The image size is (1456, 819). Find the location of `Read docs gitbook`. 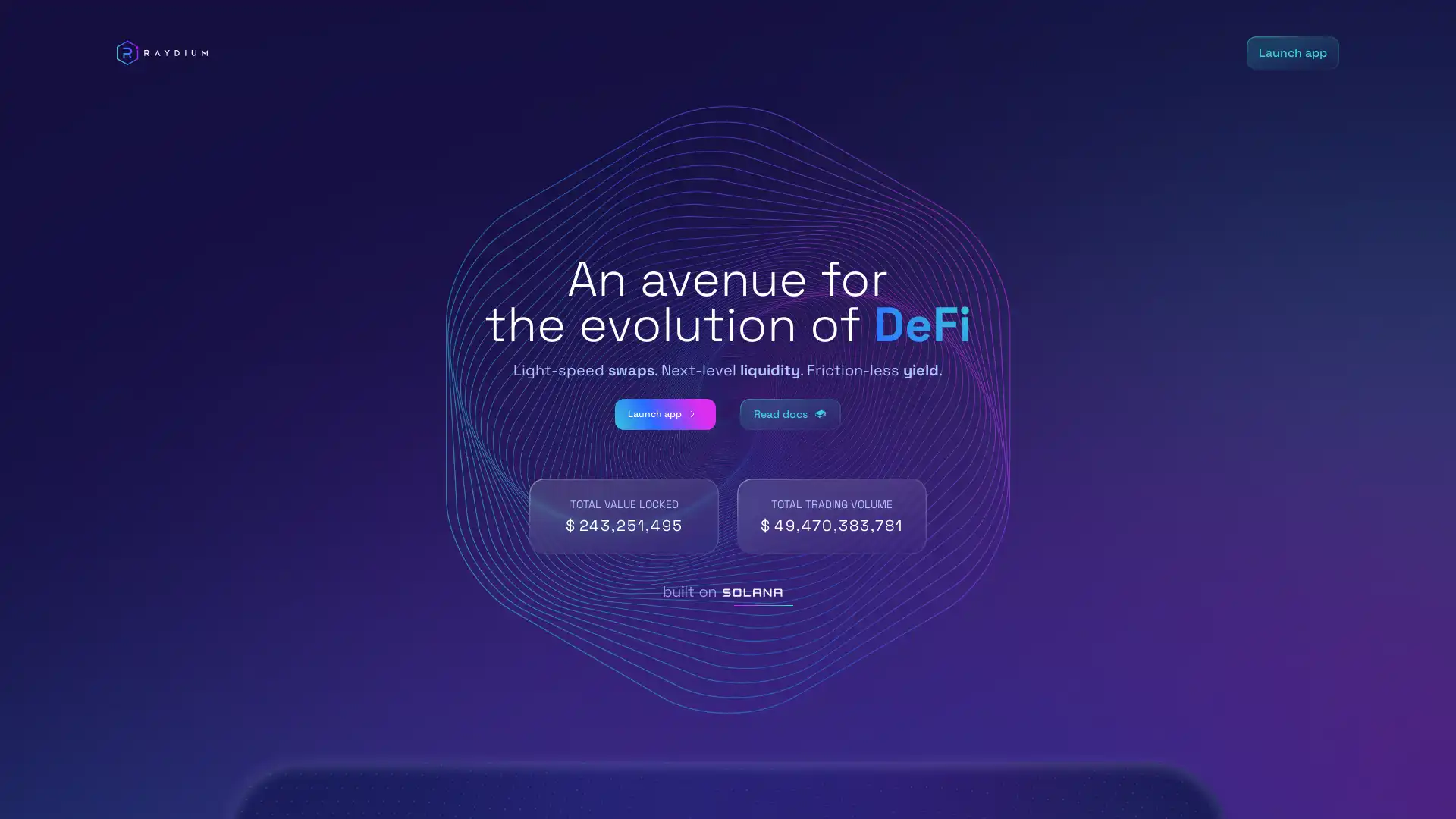

Read docs gitbook is located at coordinates (796, 414).